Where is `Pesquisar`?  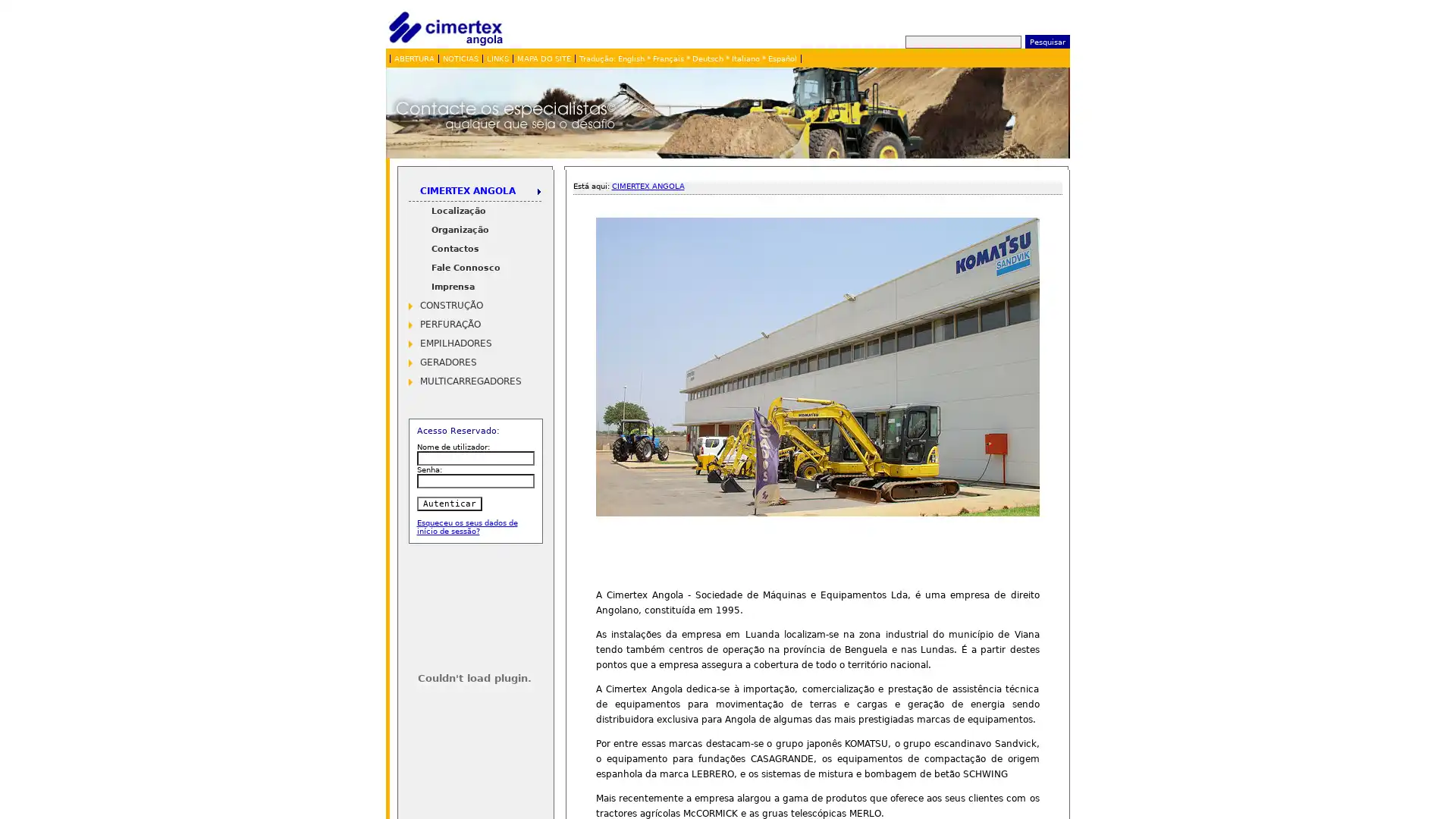 Pesquisar is located at coordinates (1046, 40).